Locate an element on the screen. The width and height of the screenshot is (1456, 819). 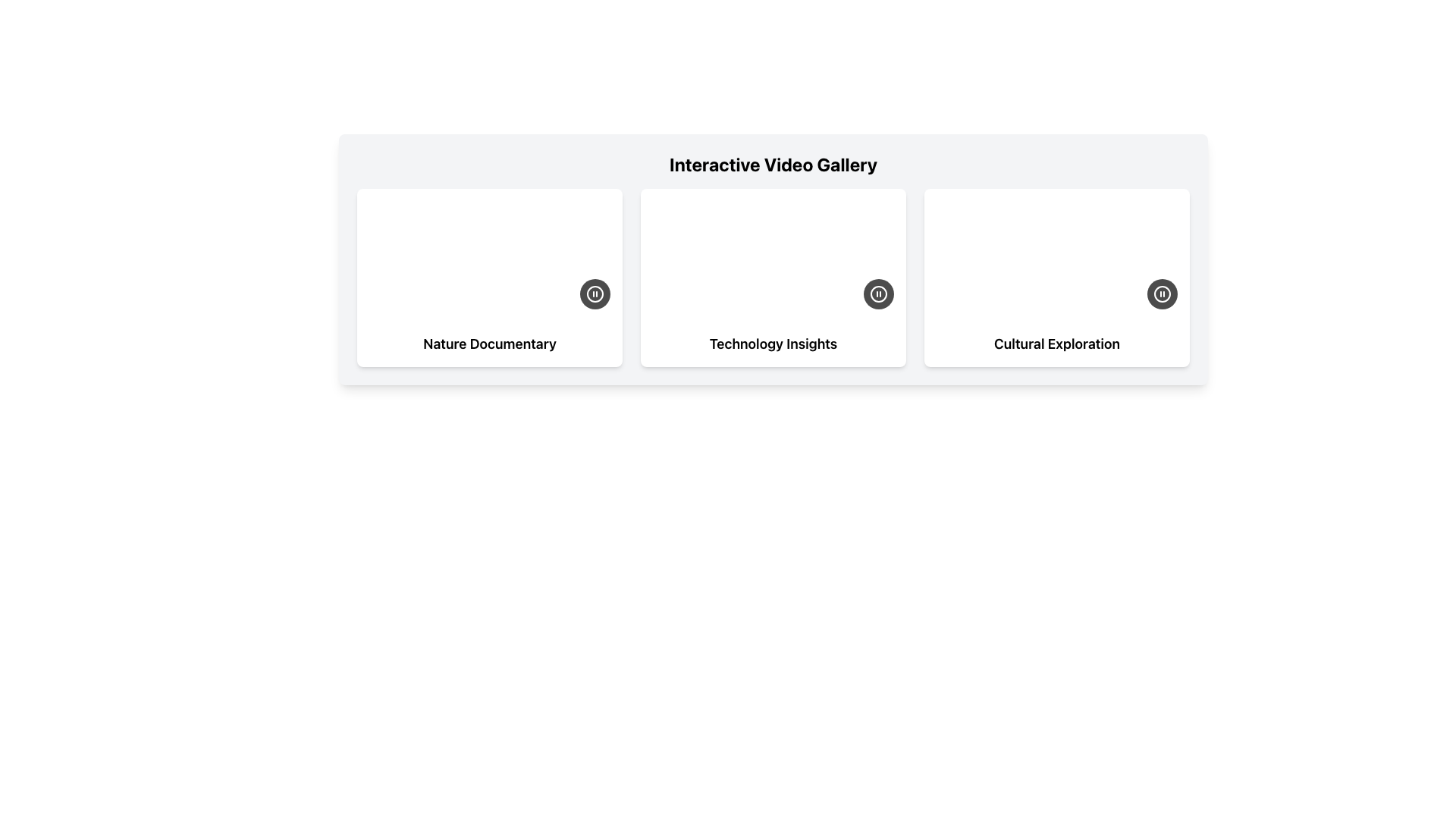
the pause button located at the bottom-right corner of the 'Cultural Exploration' video card is located at coordinates (1161, 294).